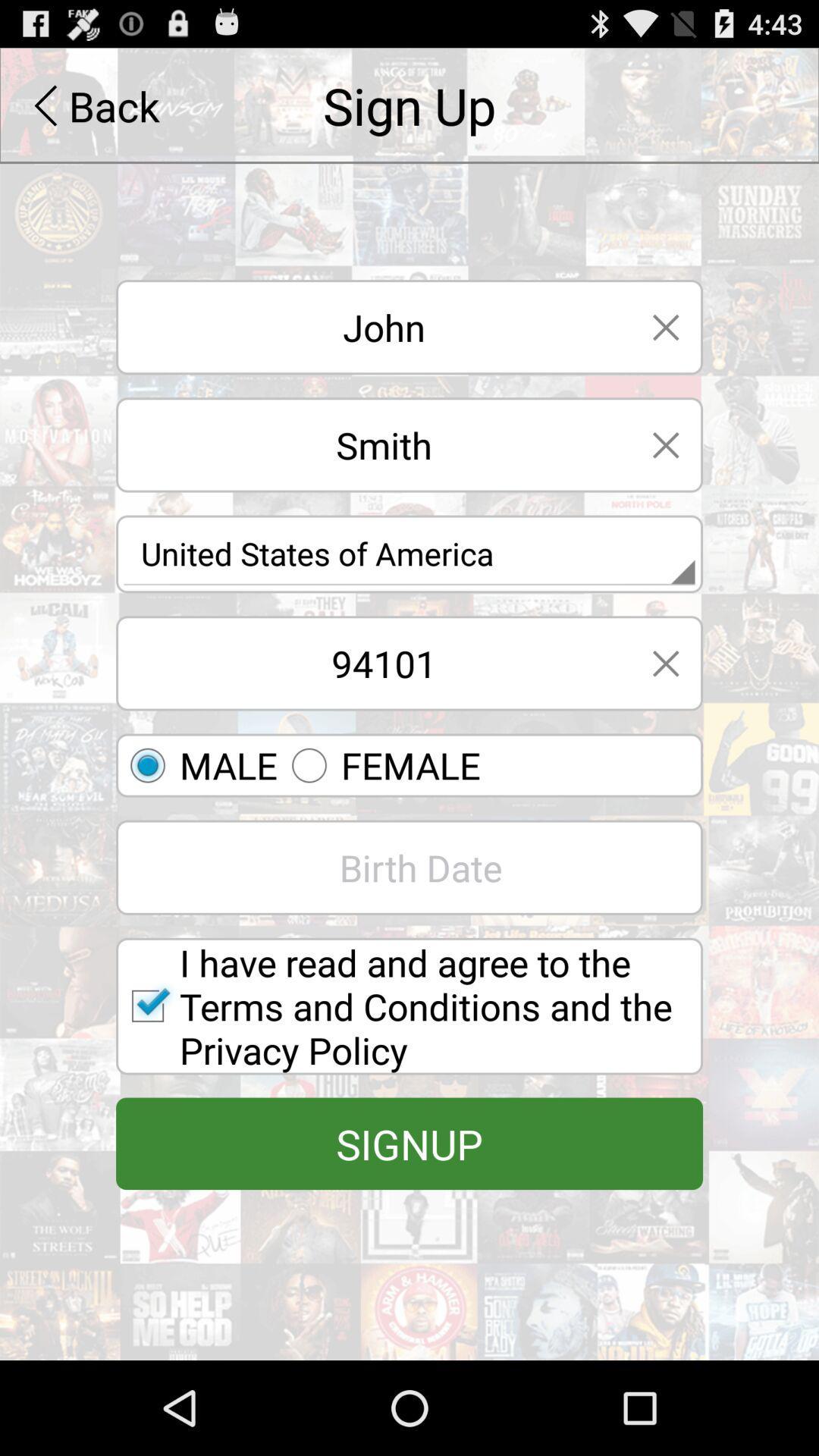 Image resolution: width=819 pixels, height=1456 pixels. What do you see at coordinates (372, 326) in the screenshot?
I see `text box in which the text is john` at bounding box center [372, 326].